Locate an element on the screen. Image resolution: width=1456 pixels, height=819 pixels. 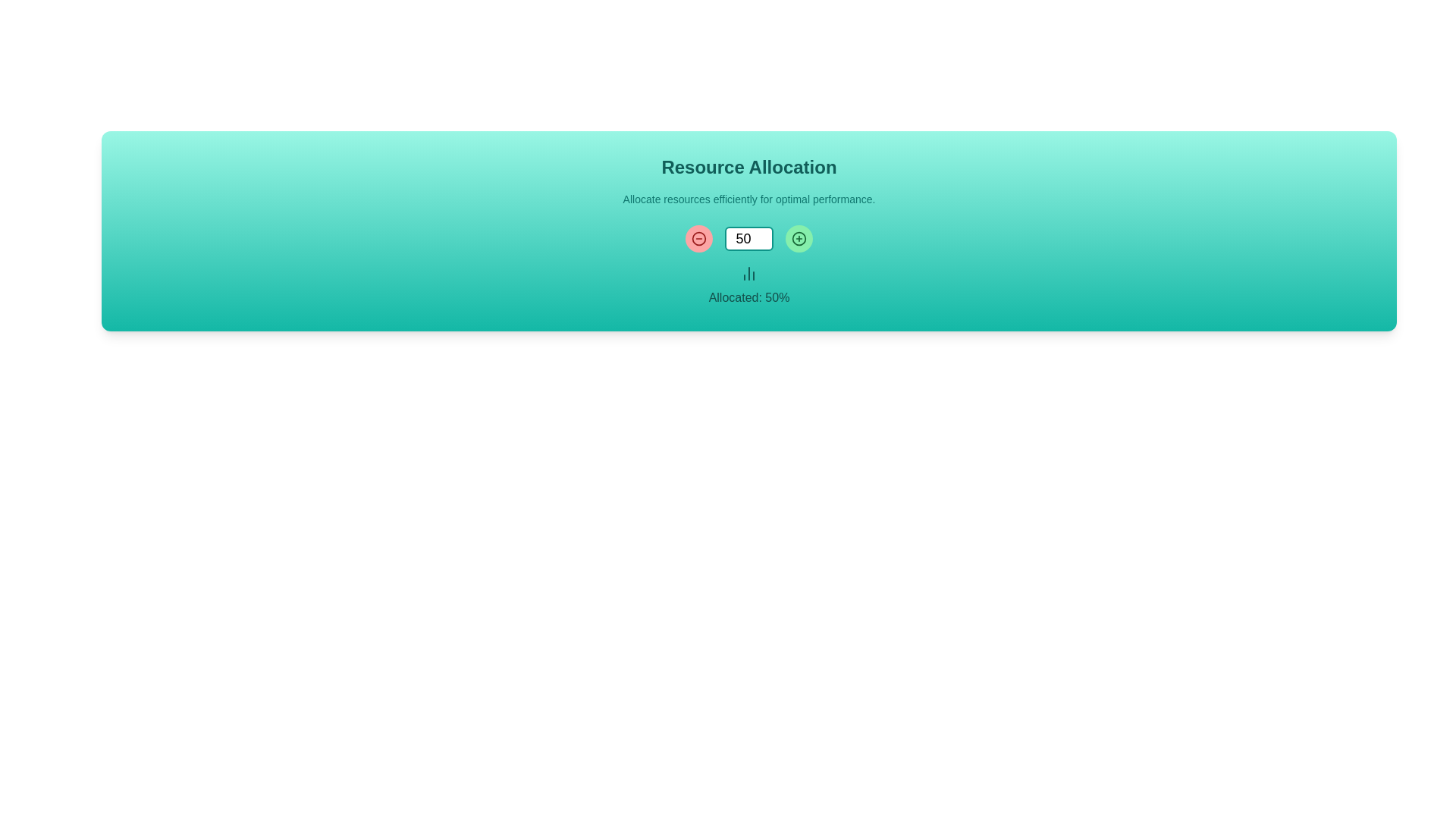
the rightmost button under 'Resource Allocation' to increment the numerical value in the adjacent input box is located at coordinates (799, 239).